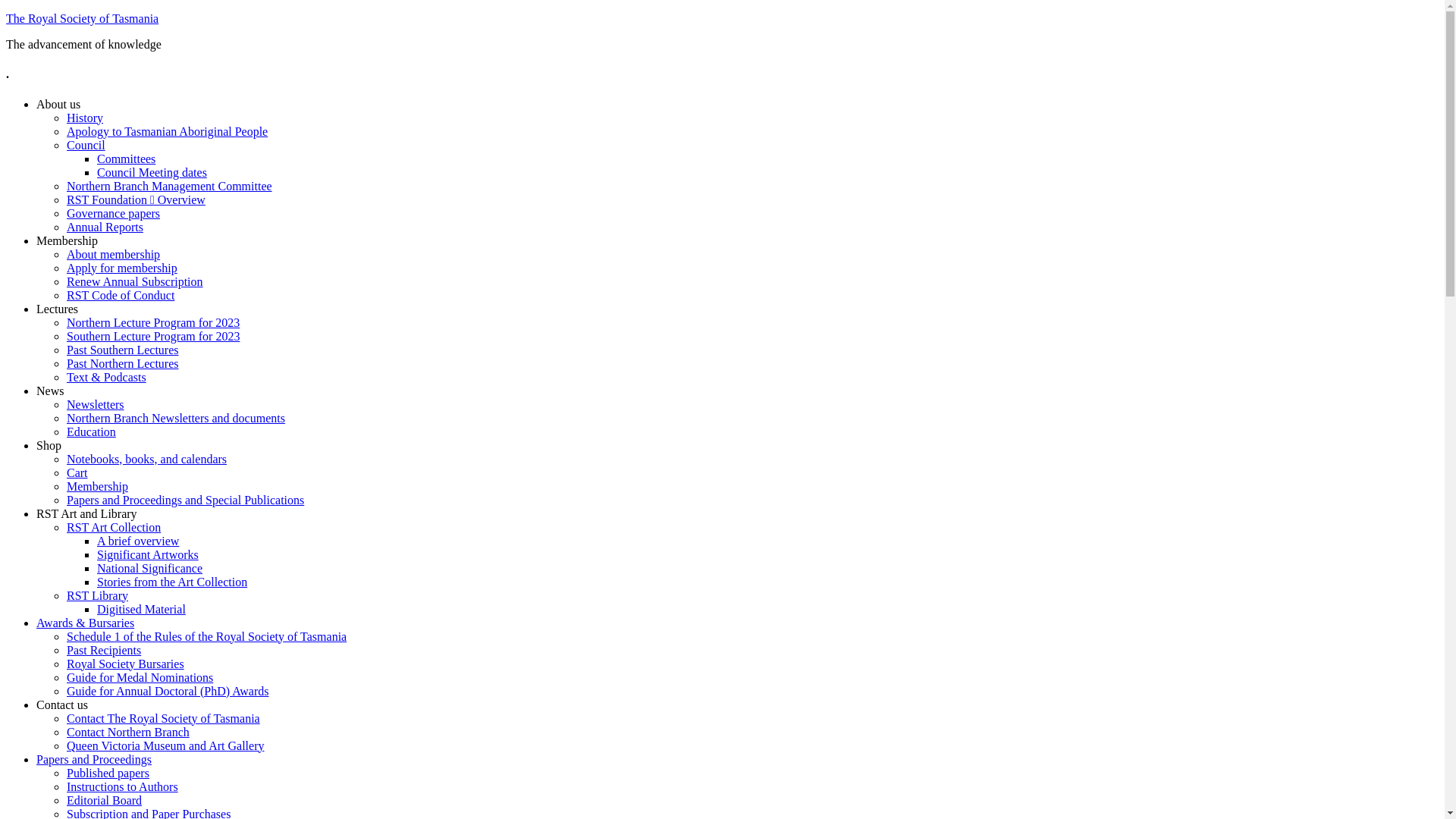  I want to click on 'Guide for Medal Nominations', so click(140, 676).